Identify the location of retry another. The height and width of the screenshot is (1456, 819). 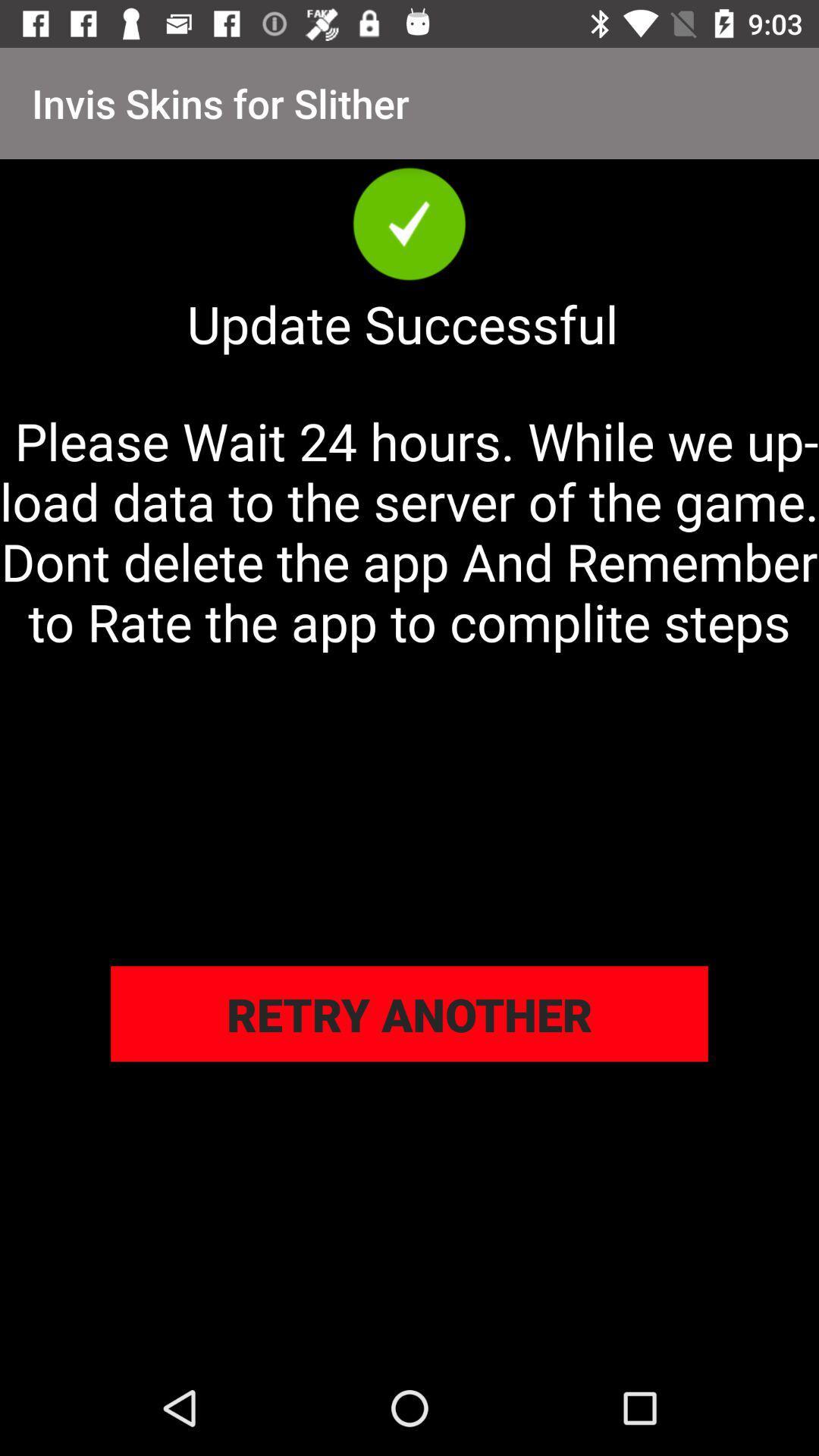
(409, 1014).